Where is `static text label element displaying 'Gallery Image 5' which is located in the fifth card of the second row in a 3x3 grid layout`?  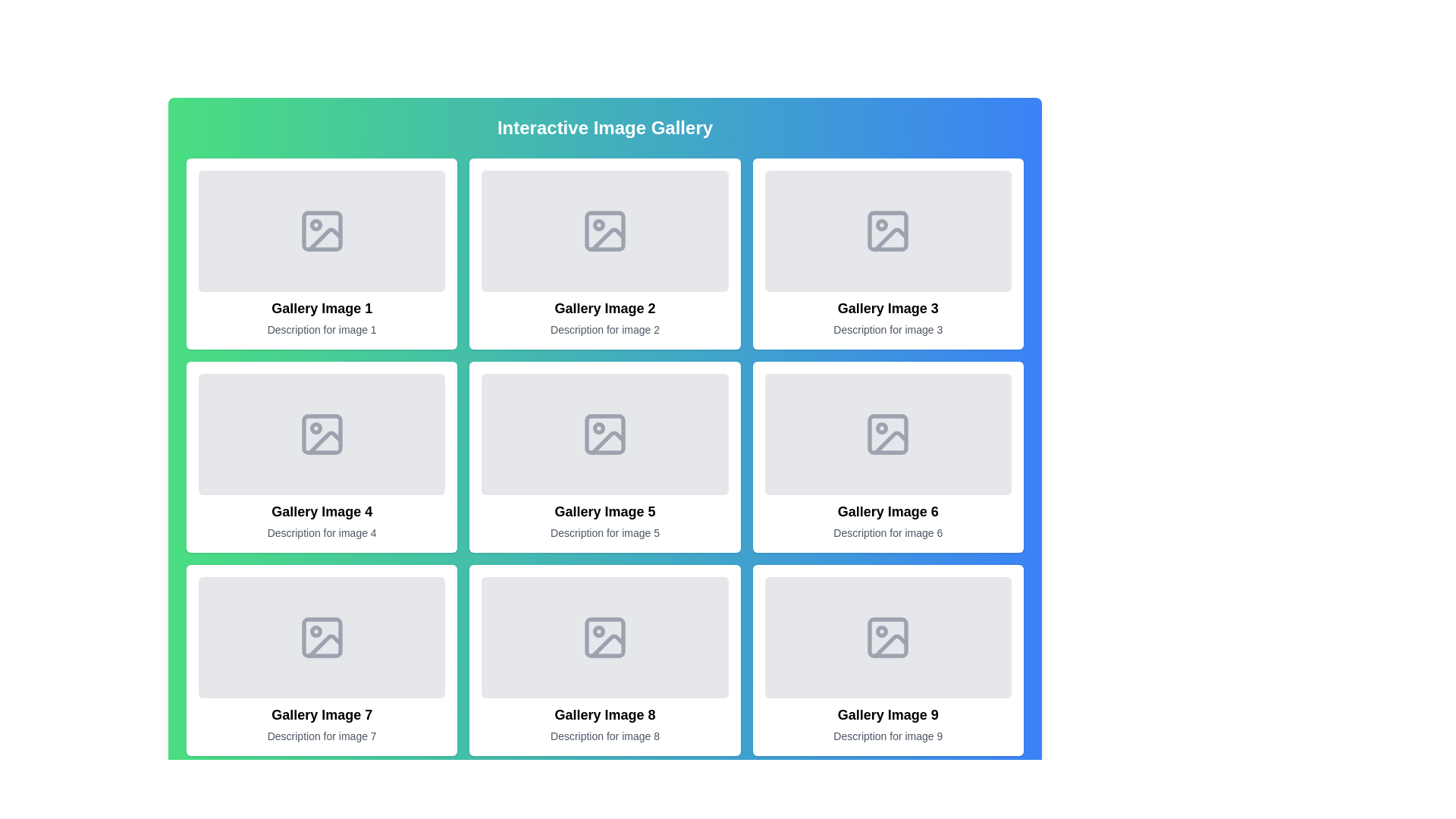 static text label element displaying 'Gallery Image 5' which is located in the fifth card of the second row in a 3x3 grid layout is located at coordinates (604, 512).